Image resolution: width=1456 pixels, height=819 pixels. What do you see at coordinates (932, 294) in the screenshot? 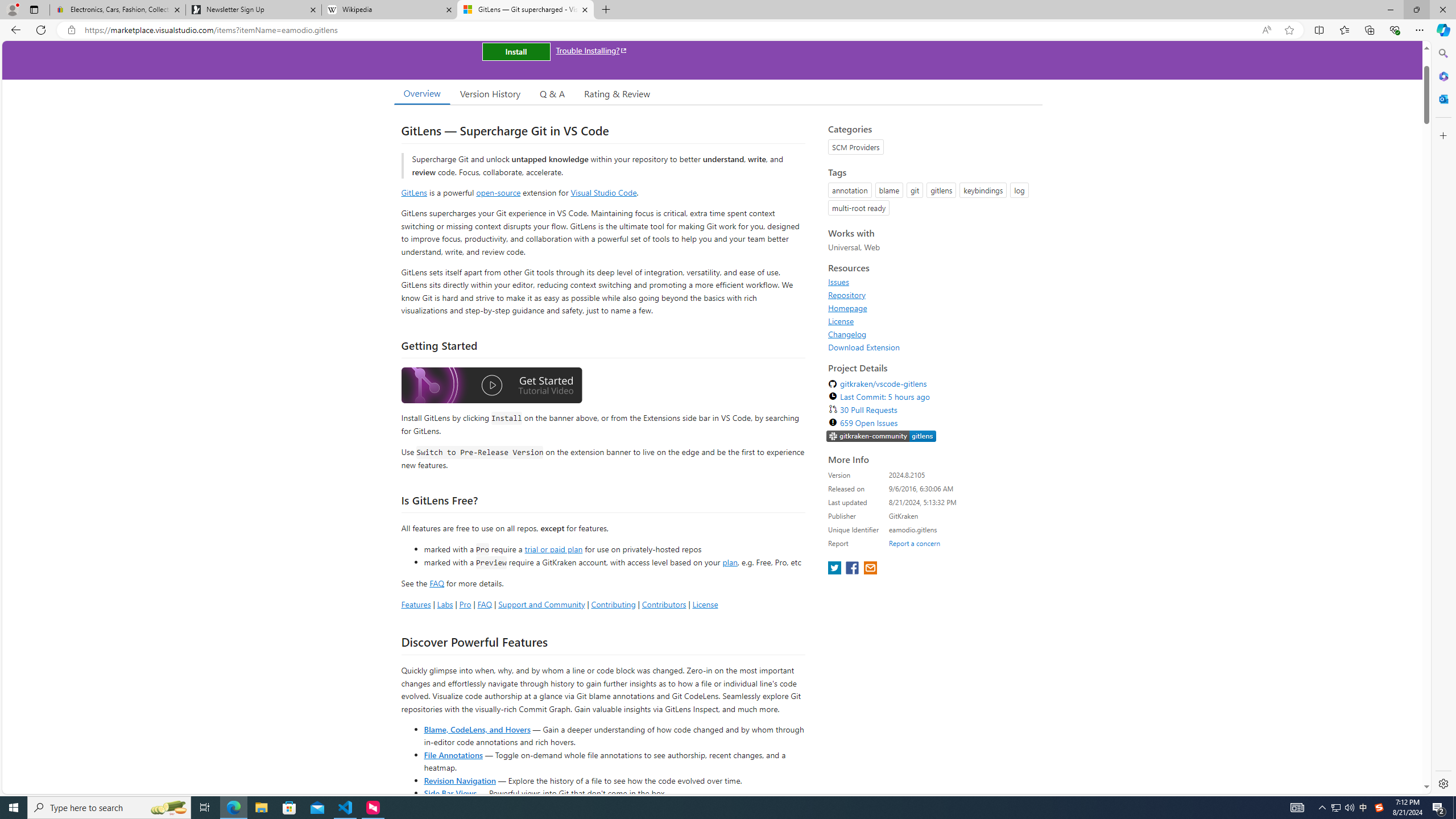
I see `'Repository'` at bounding box center [932, 294].